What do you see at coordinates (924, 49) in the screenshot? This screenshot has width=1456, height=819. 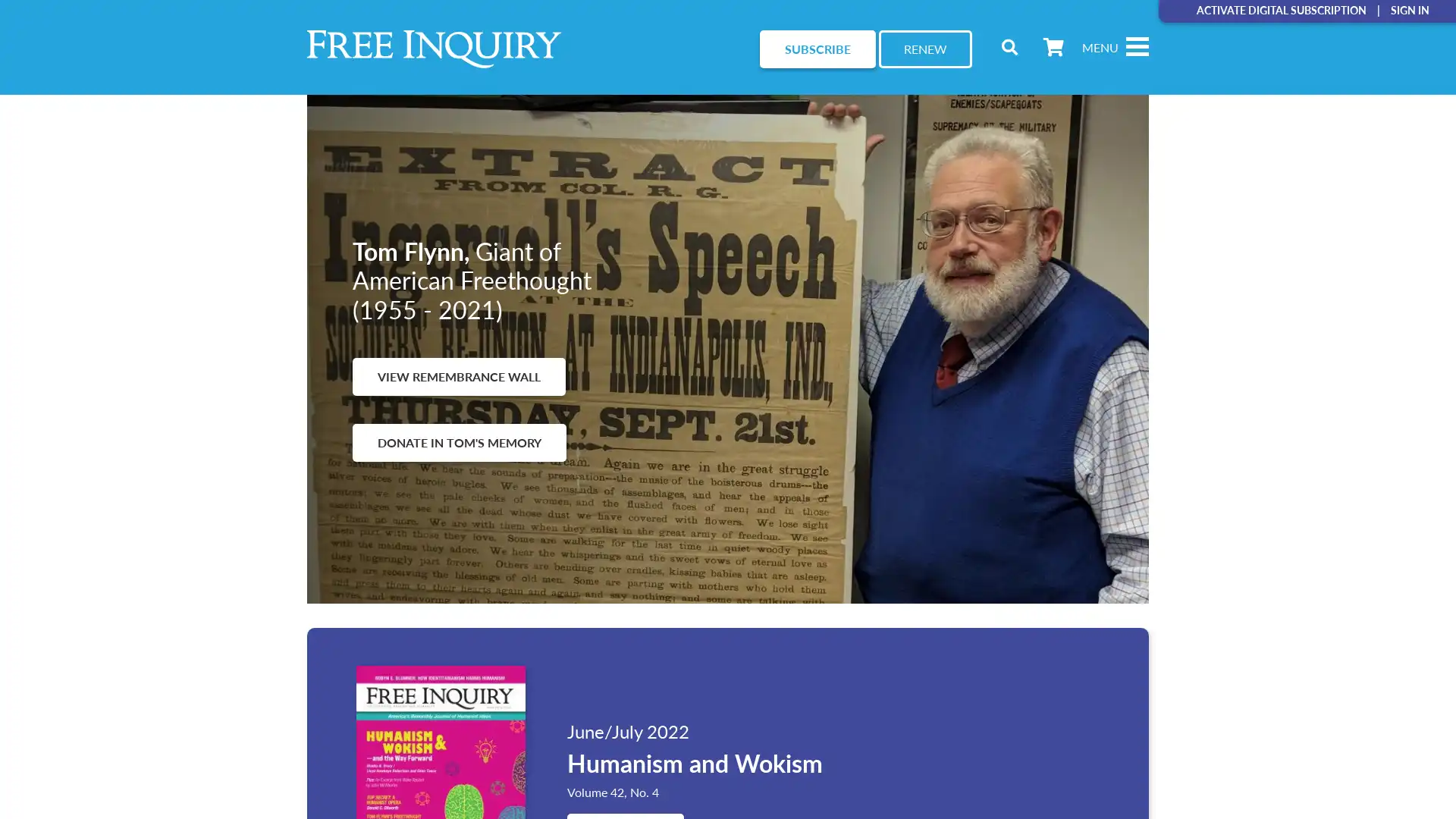 I see `RENEW` at bounding box center [924, 49].